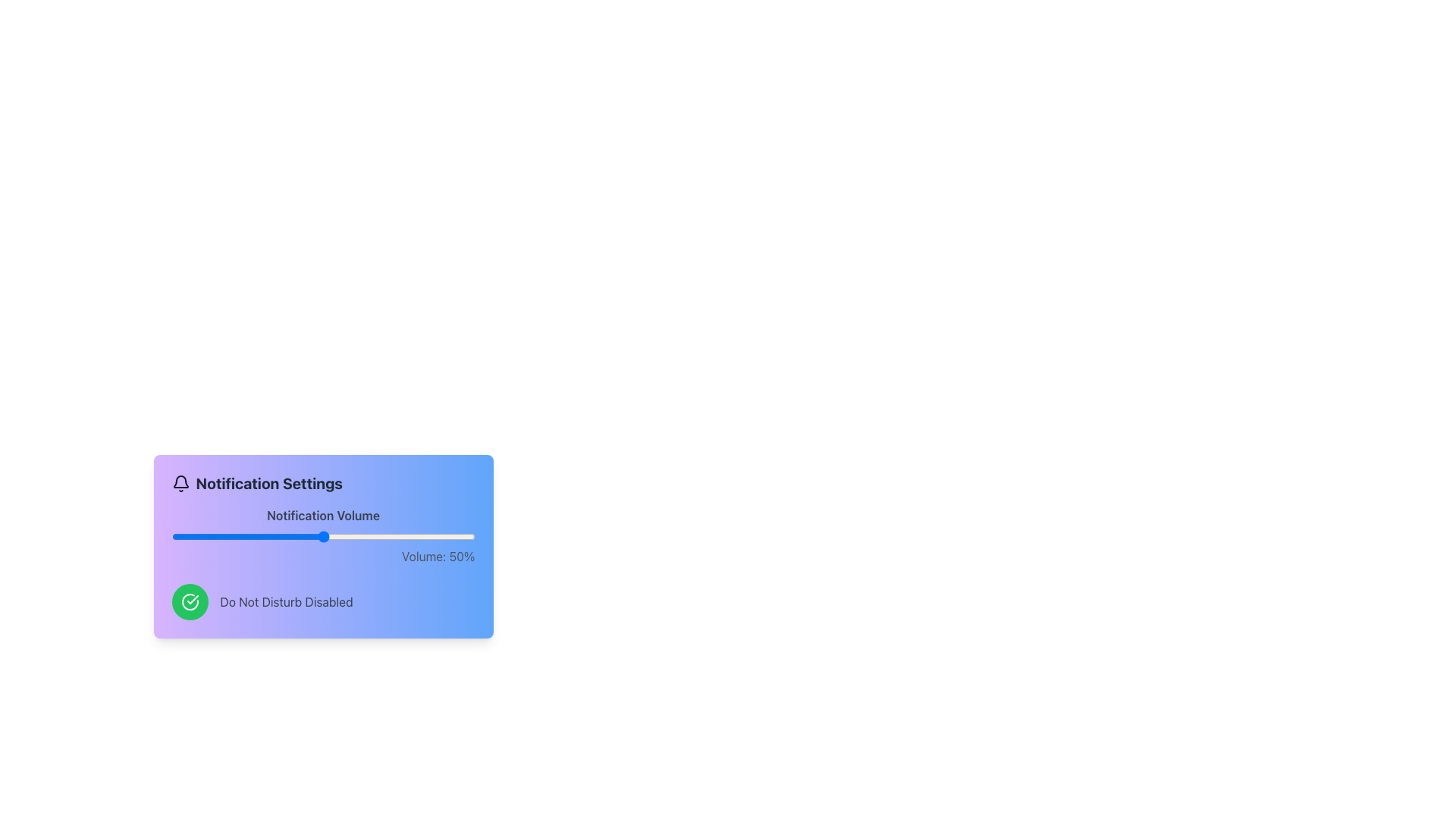 The height and width of the screenshot is (819, 1456). I want to click on notification volume, so click(304, 536).